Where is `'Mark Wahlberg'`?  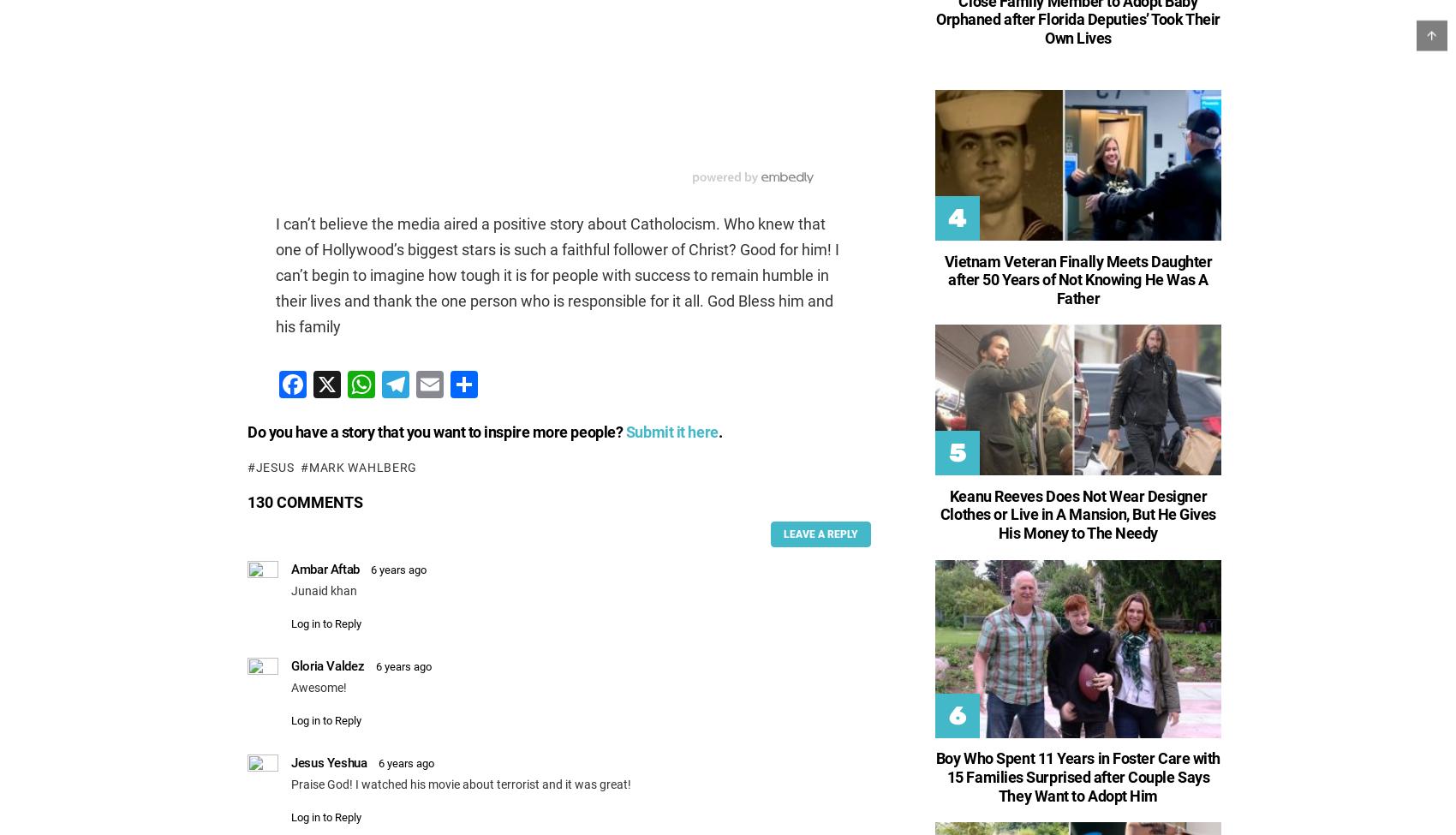 'Mark Wahlberg' is located at coordinates (361, 466).